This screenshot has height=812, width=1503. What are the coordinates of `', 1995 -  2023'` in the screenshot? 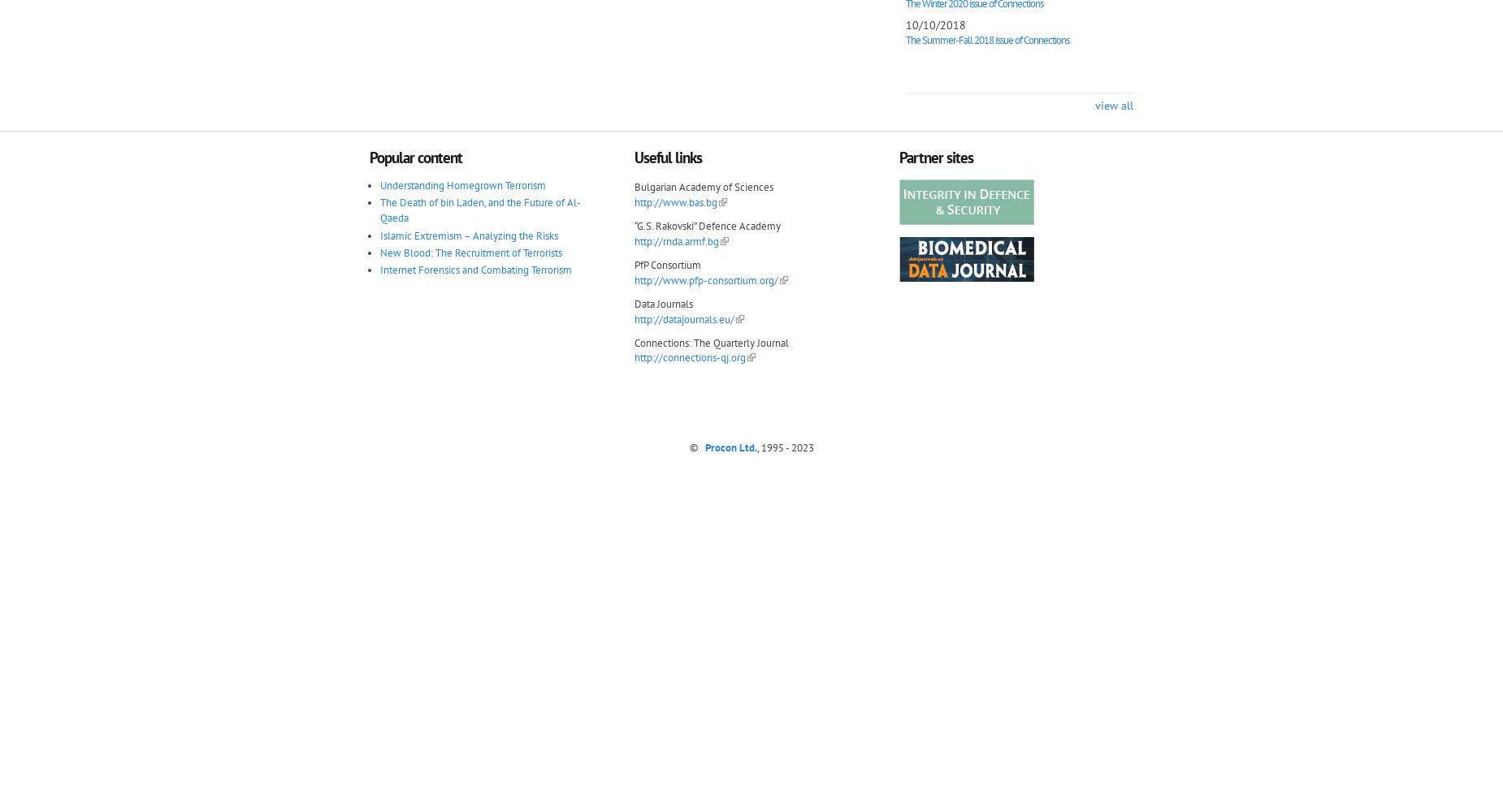 It's located at (784, 447).